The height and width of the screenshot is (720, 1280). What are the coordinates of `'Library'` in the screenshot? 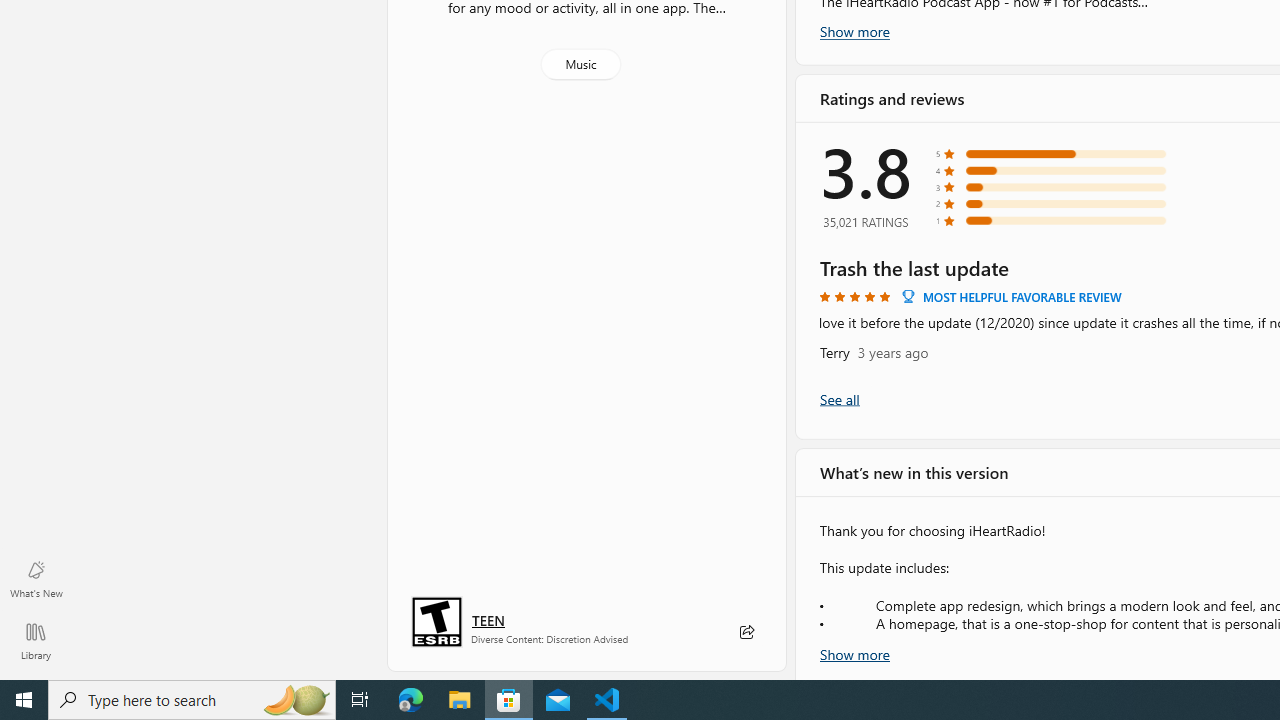 It's located at (35, 640).